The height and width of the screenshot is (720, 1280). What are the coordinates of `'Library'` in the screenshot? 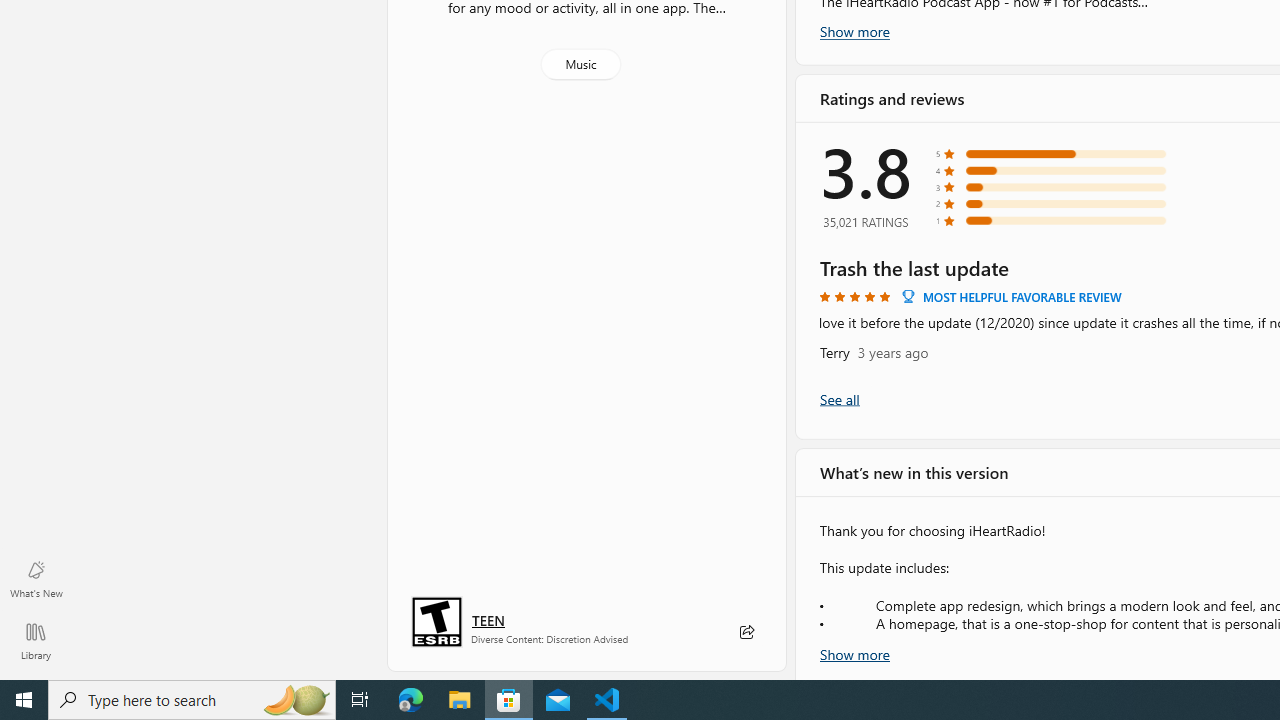 It's located at (35, 640).